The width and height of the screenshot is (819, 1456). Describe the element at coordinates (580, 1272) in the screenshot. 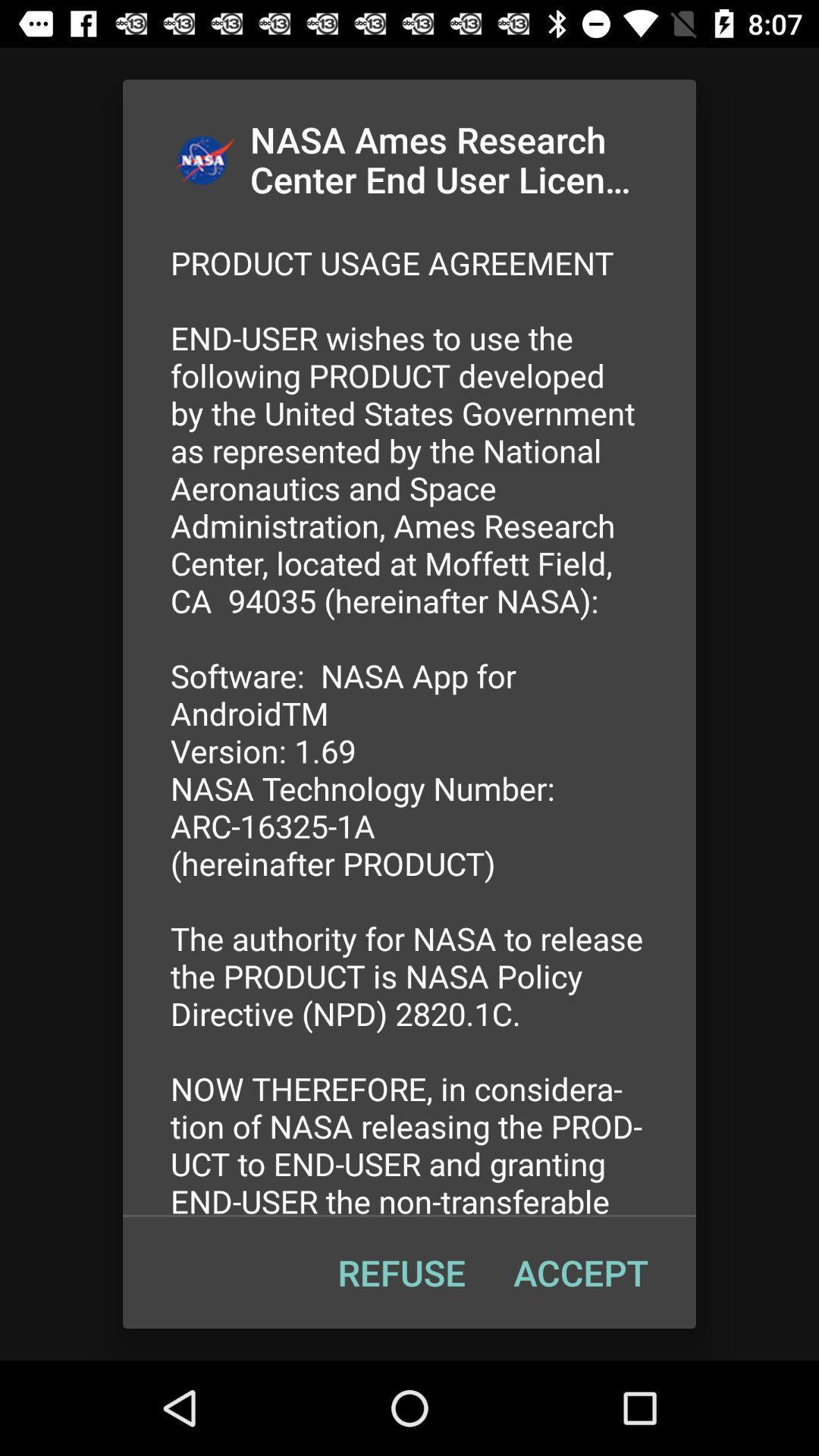

I see `the accept item` at that location.